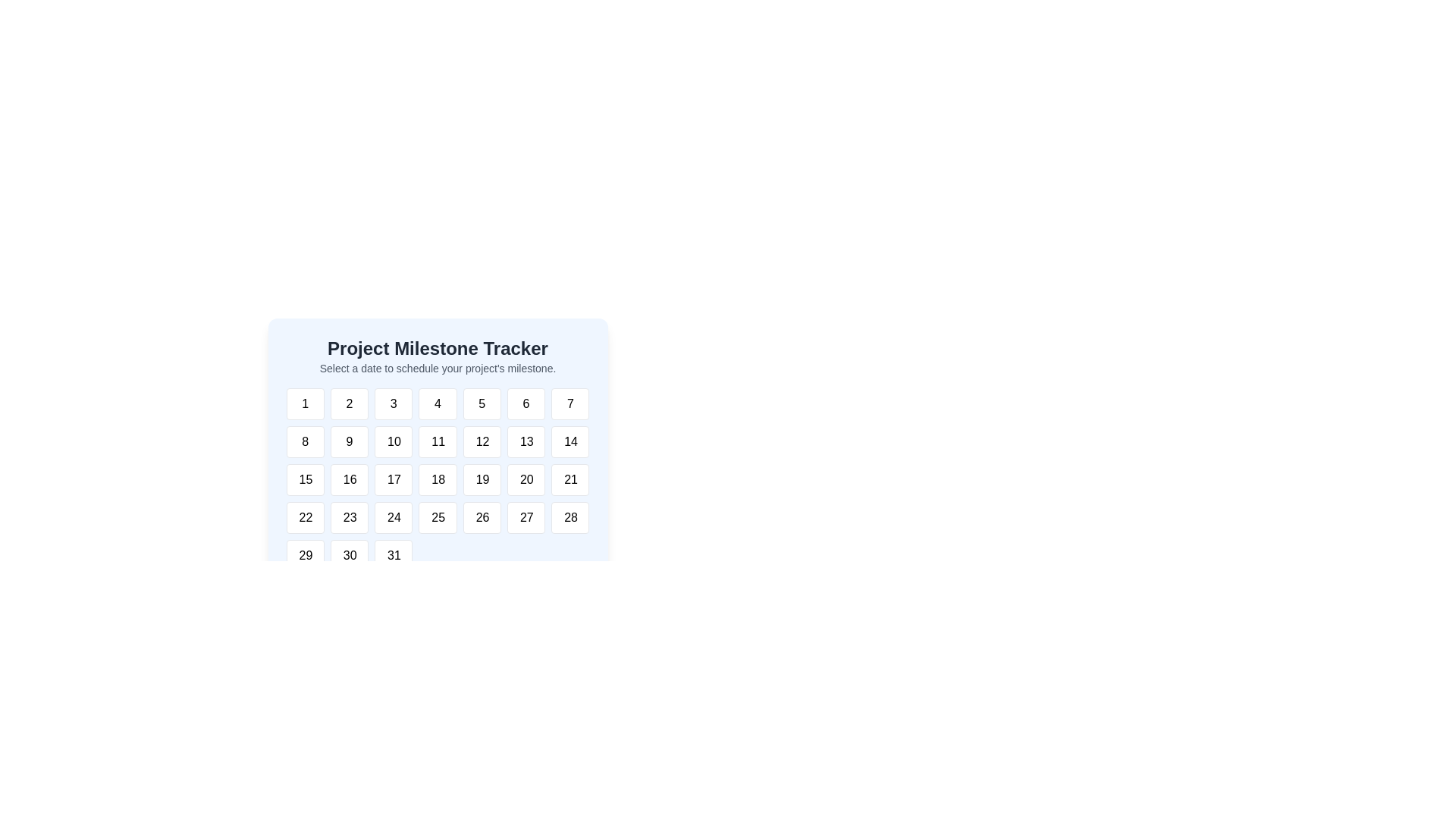 The image size is (1456, 819). Describe the element at coordinates (304, 555) in the screenshot. I see `the button labeled '29' located in the sixth row and first column of the grid under 'Project Milestone Tracker'` at that location.